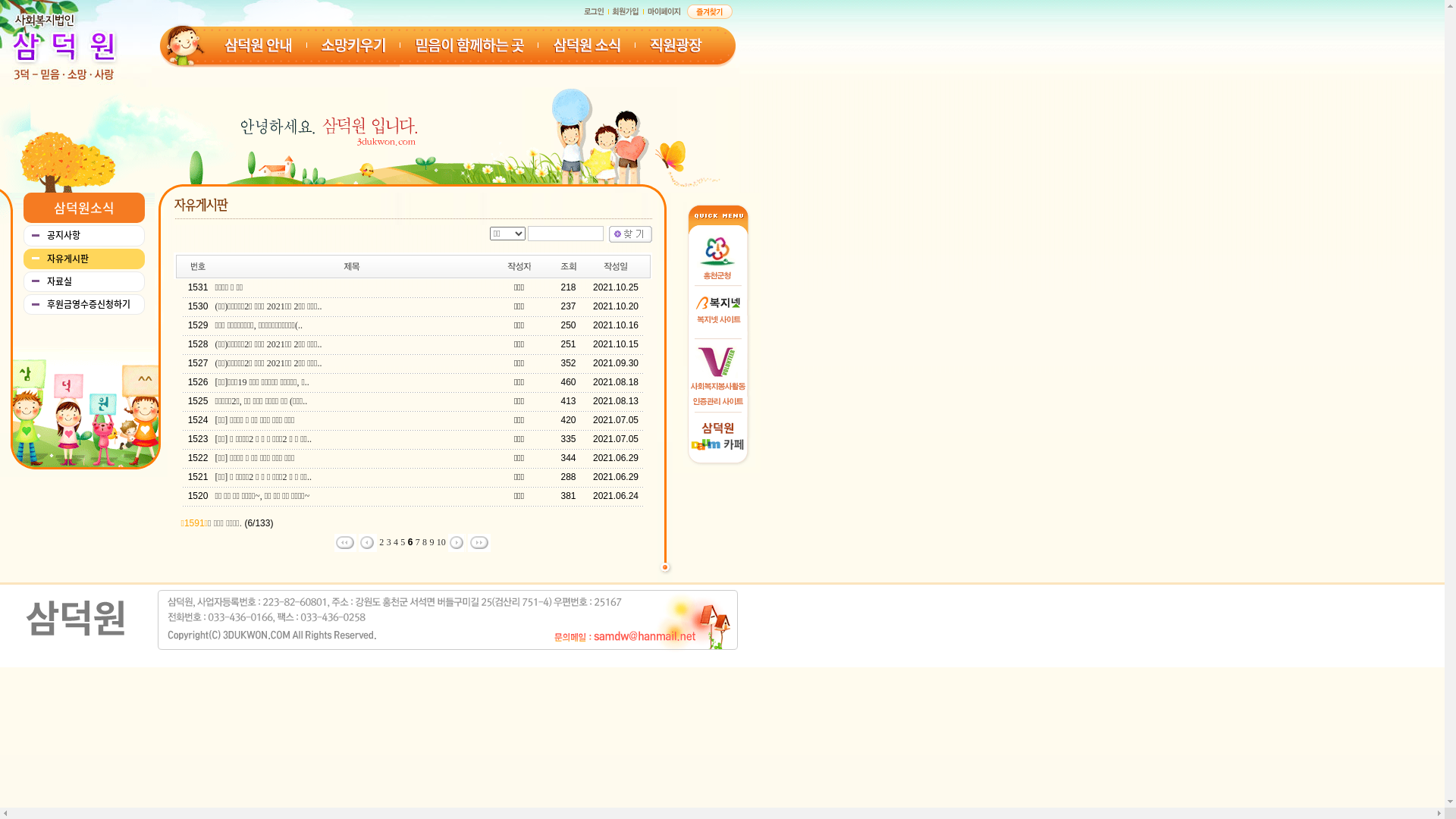 This screenshot has width=1456, height=819. What do you see at coordinates (425, 541) in the screenshot?
I see `'8'` at bounding box center [425, 541].